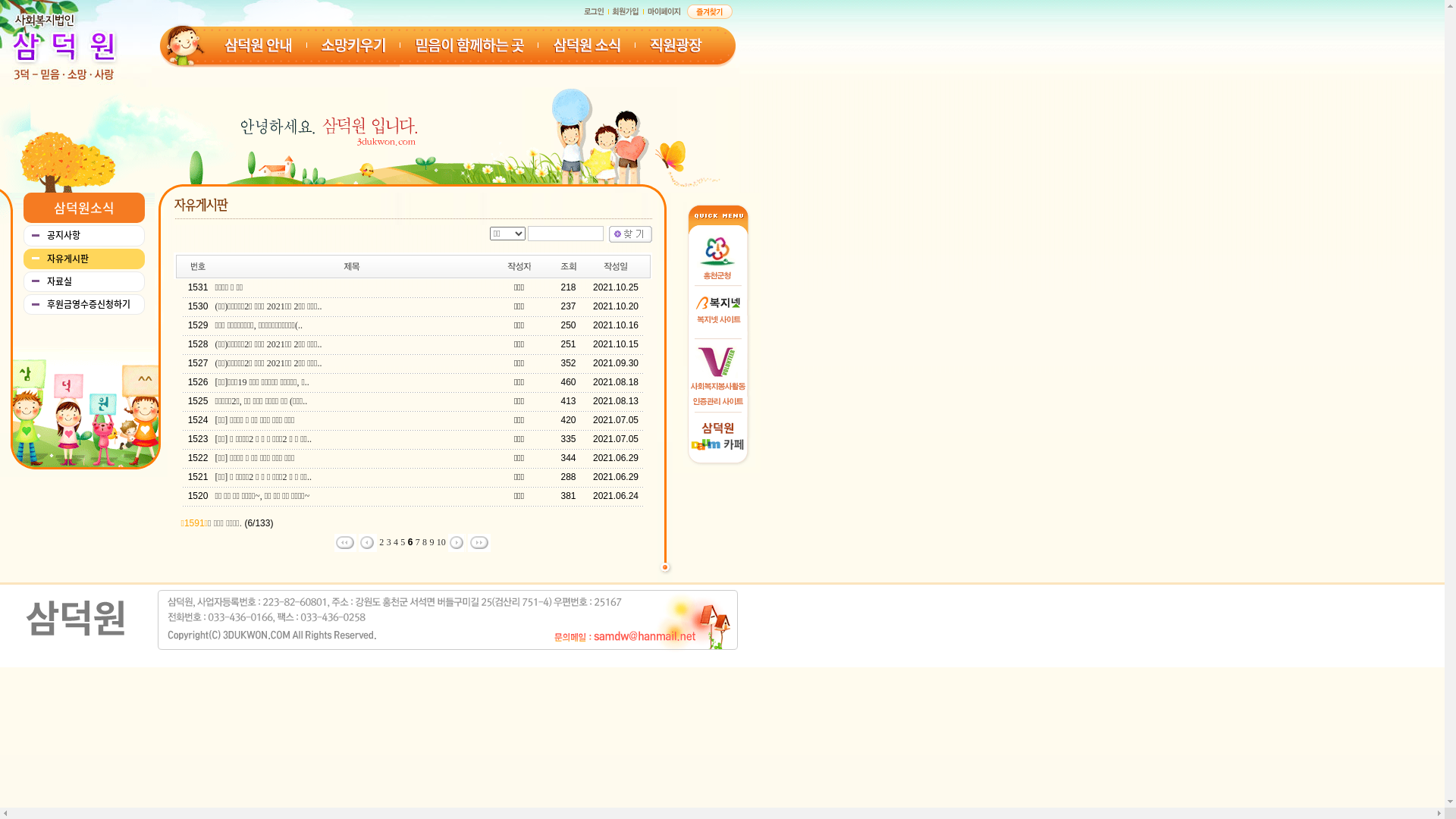 This screenshot has width=1456, height=819. What do you see at coordinates (425, 541) in the screenshot?
I see `'8'` at bounding box center [425, 541].